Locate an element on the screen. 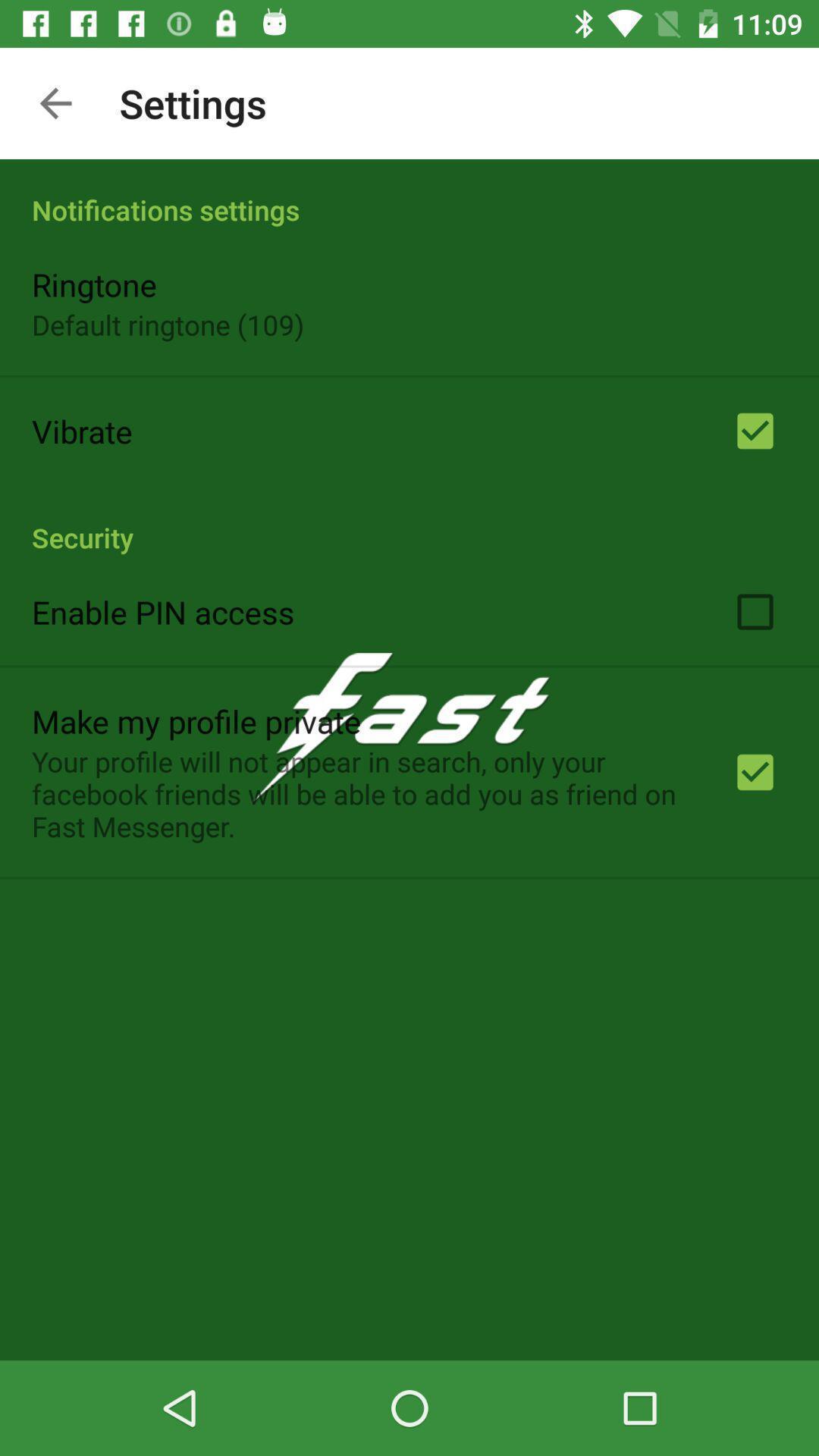  icon to the left of settings app is located at coordinates (55, 102).